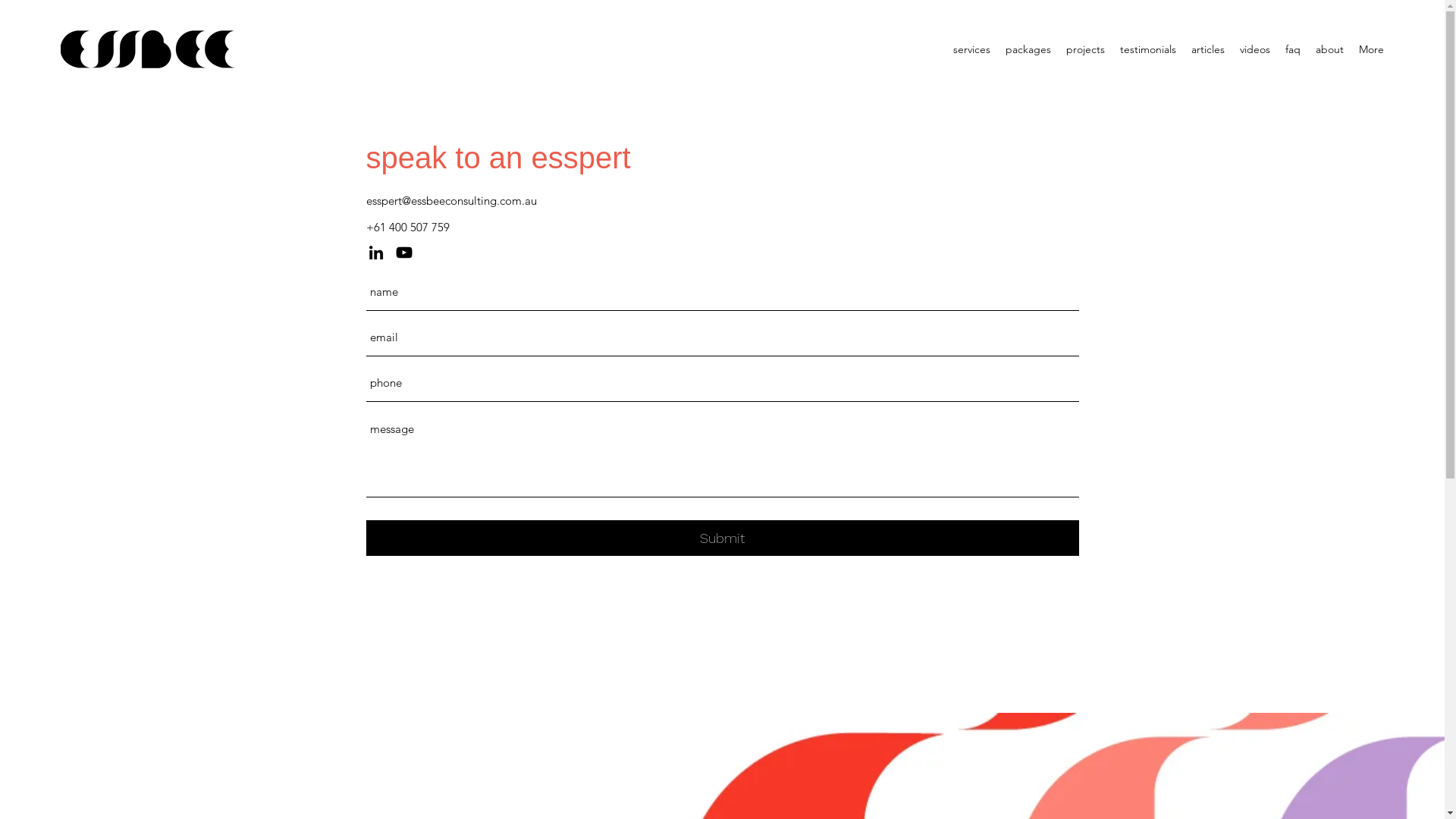  What do you see at coordinates (1084, 49) in the screenshot?
I see `'projects'` at bounding box center [1084, 49].